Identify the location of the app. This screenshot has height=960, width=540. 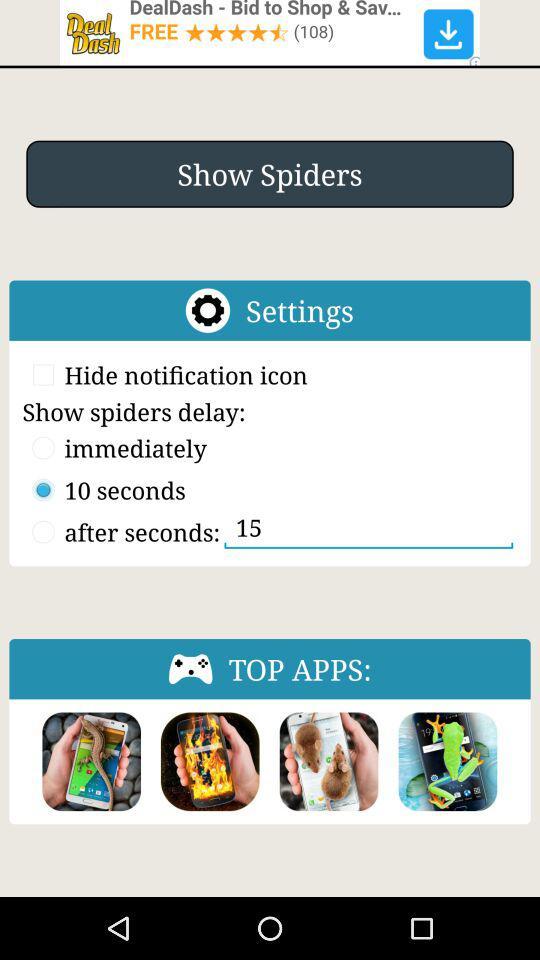
(329, 760).